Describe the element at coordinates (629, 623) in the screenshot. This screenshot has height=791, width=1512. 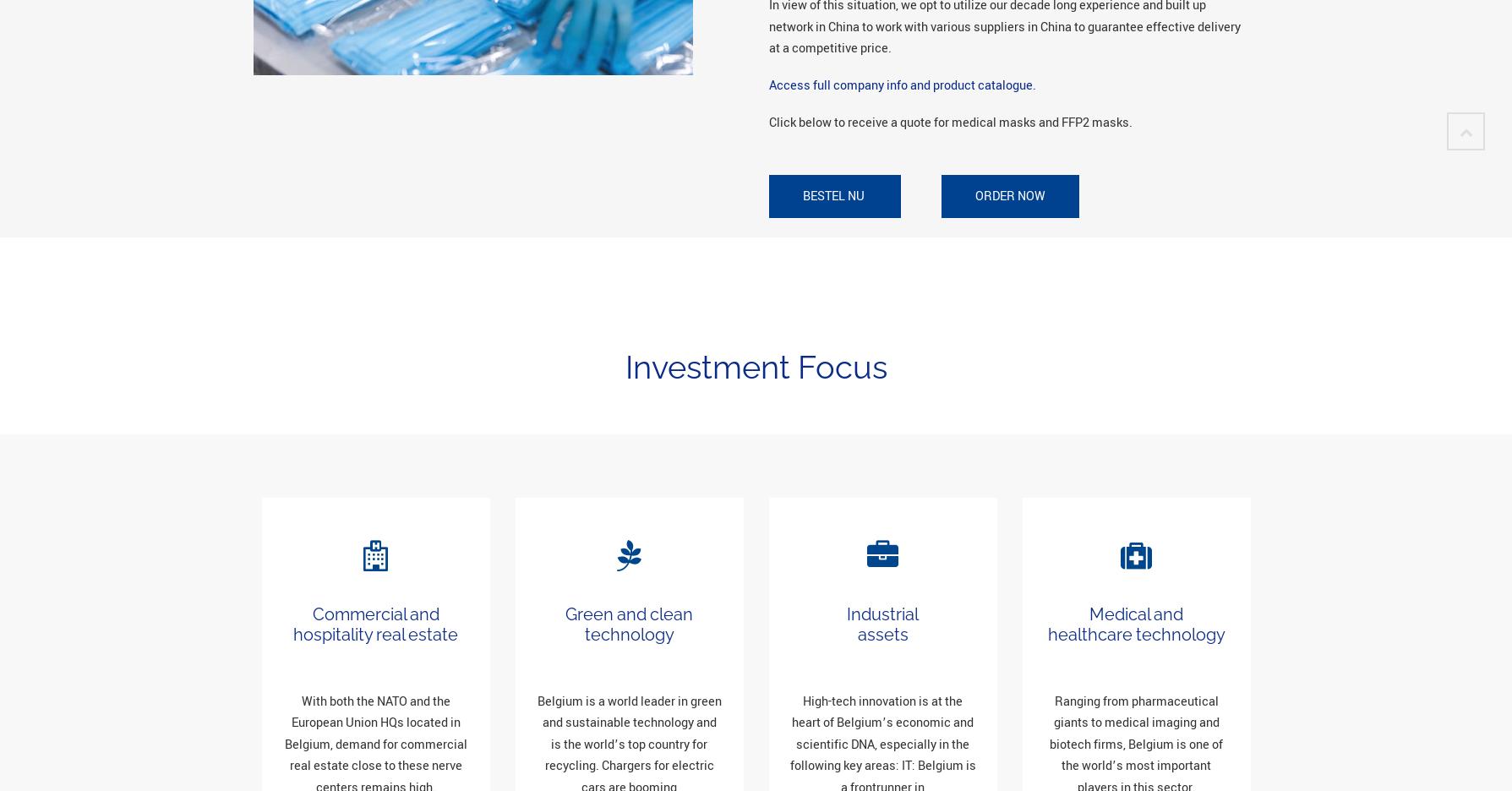
I see `'Green and clean technology'` at that location.